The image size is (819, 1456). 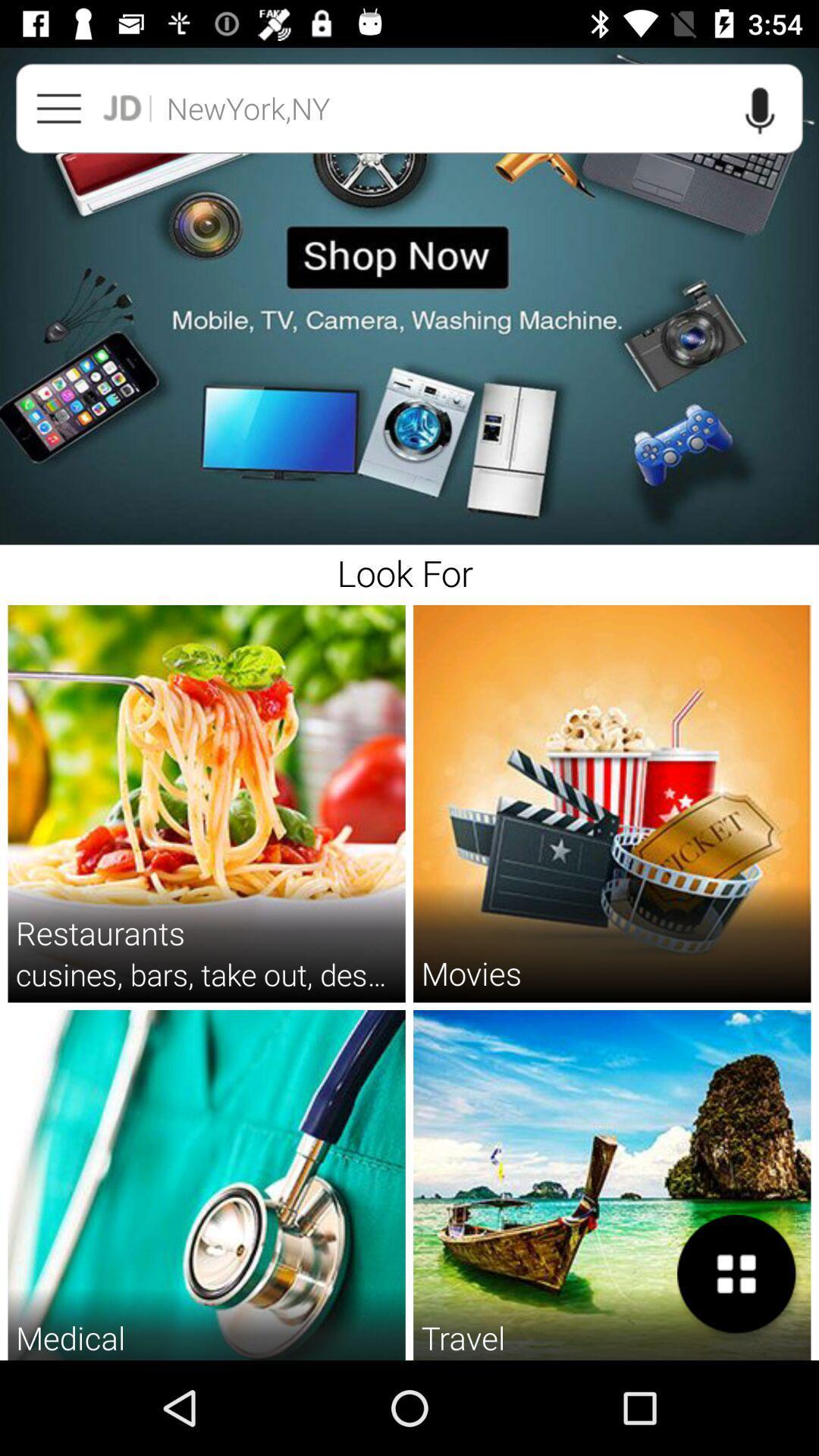 What do you see at coordinates (100, 931) in the screenshot?
I see `the restaurants icon` at bounding box center [100, 931].